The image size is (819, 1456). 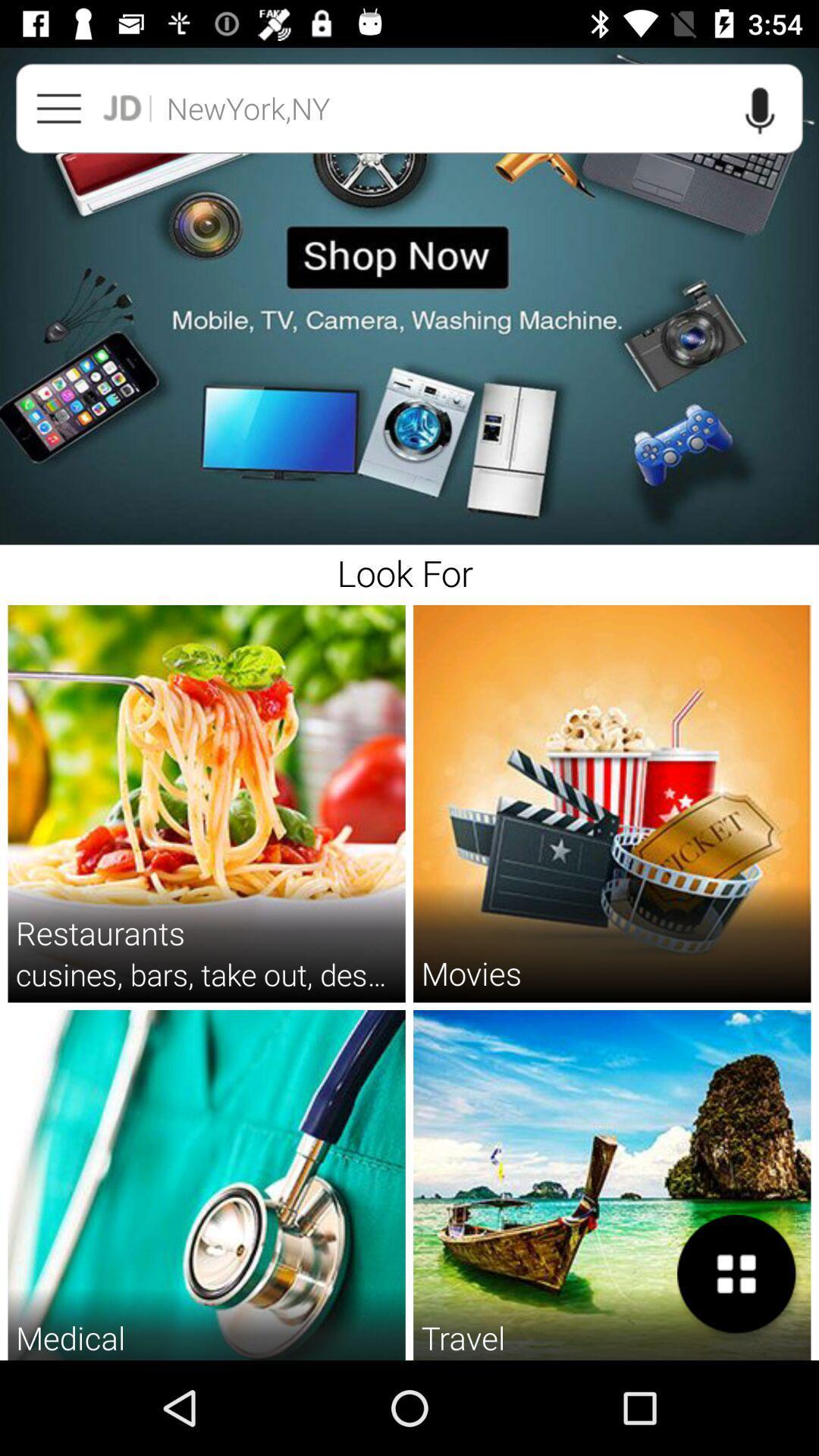 What do you see at coordinates (100, 931) in the screenshot?
I see `the restaurants icon` at bounding box center [100, 931].